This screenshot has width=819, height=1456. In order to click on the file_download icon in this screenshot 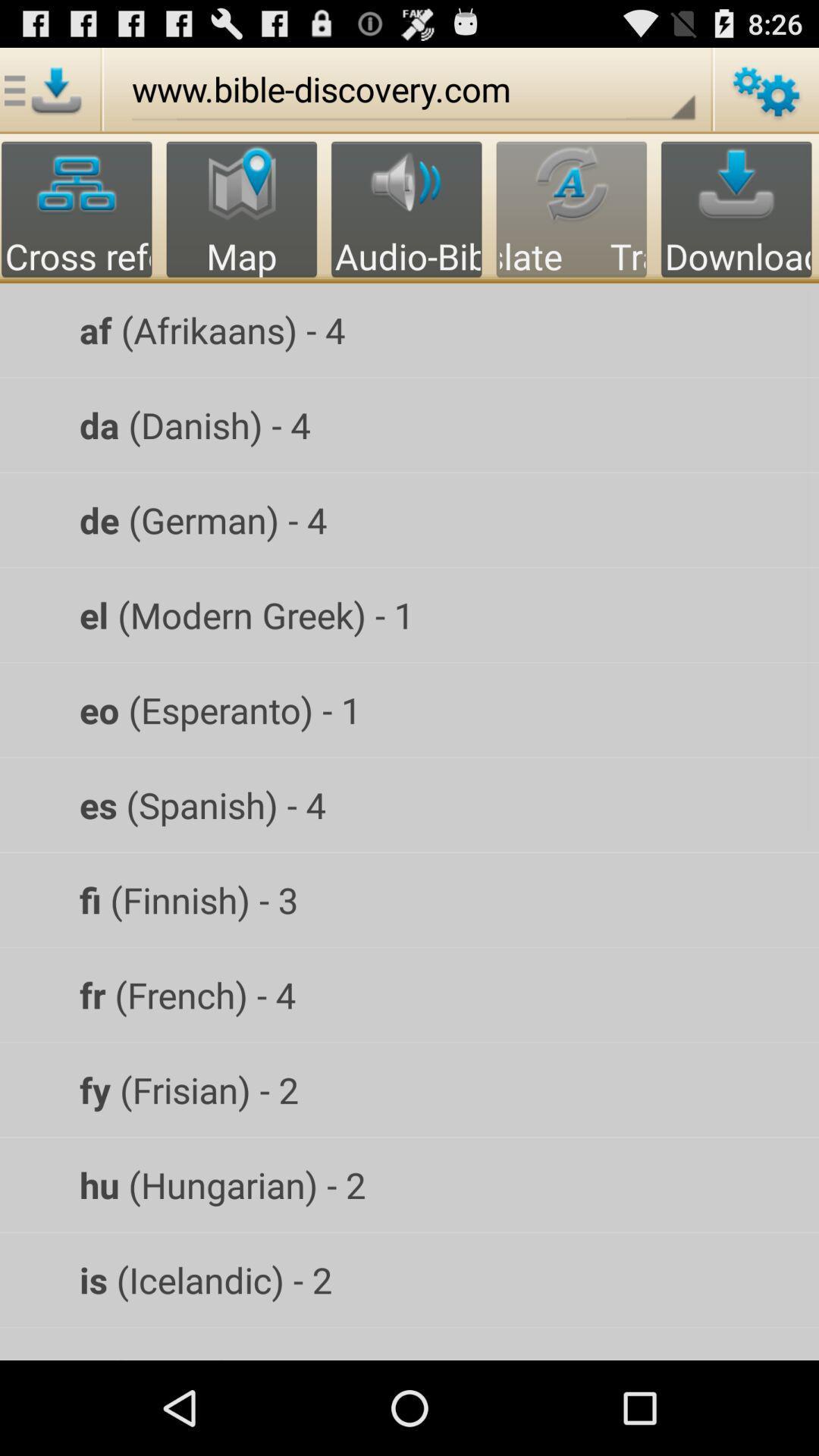, I will do `click(45, 96)`.